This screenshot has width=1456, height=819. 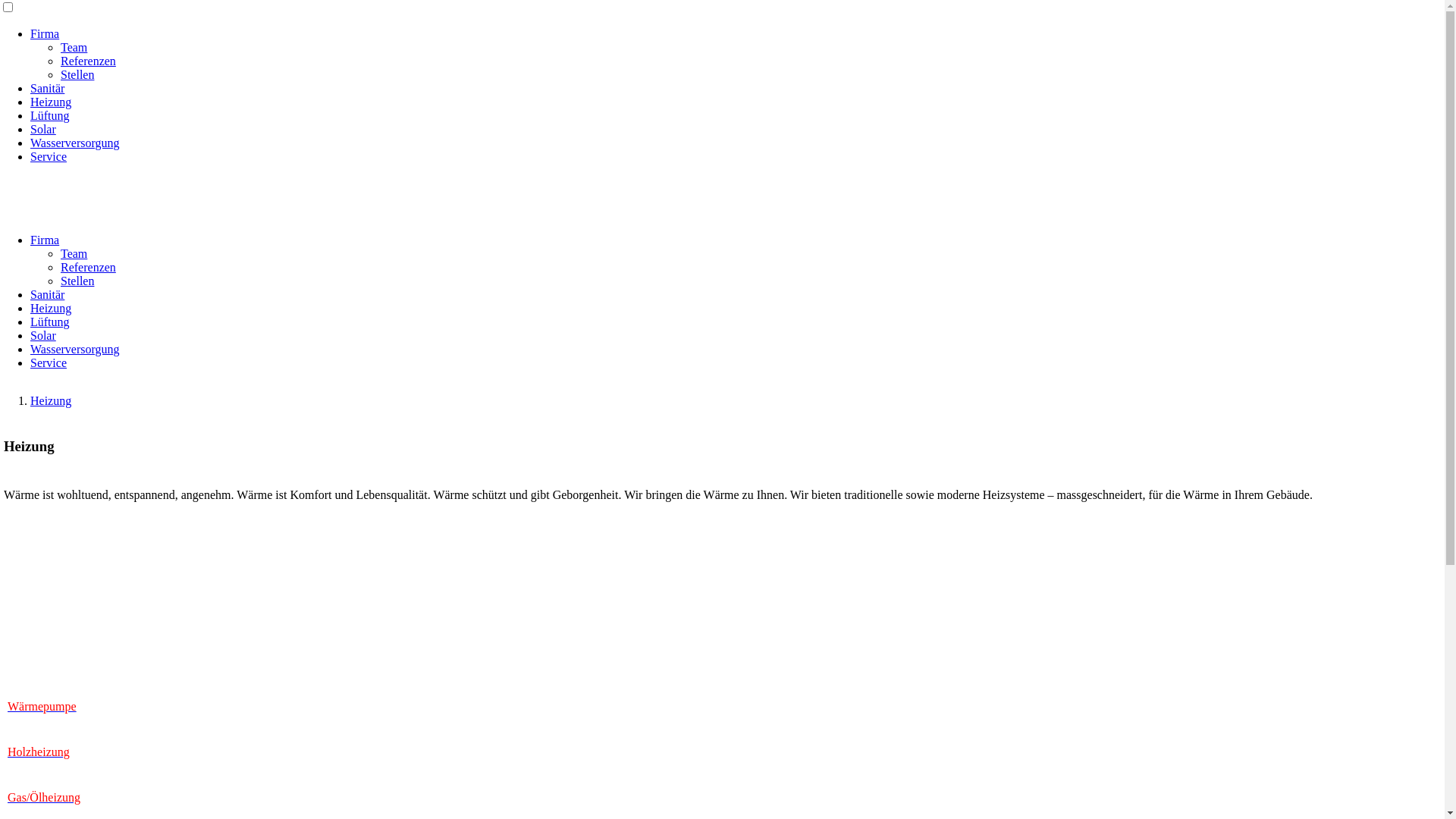 What do you see at coordinates (44, 239) in the screenshot?
I see `'Firma'` at bounding box center [44, 239].